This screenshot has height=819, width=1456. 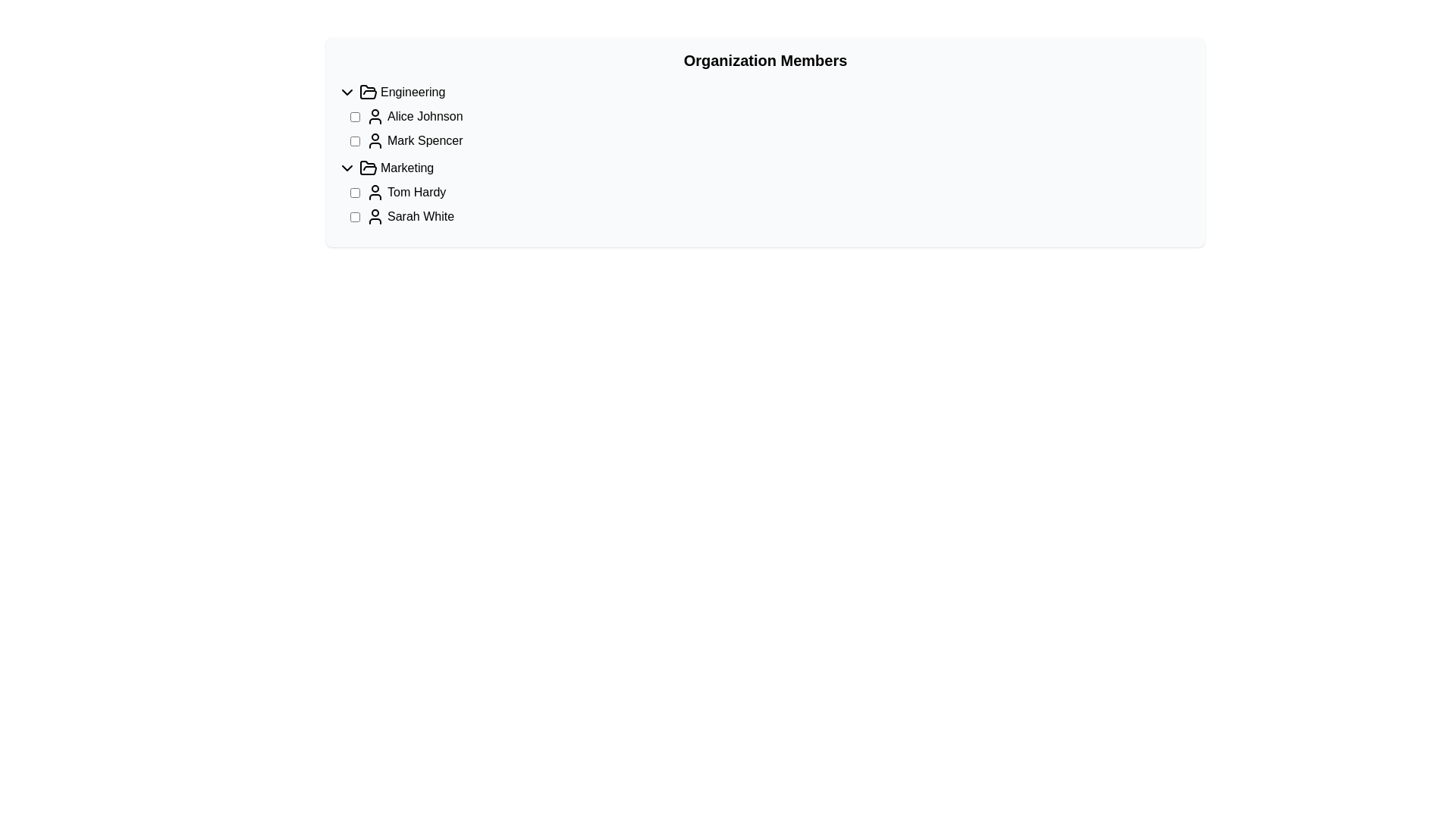 What do you see at coordinates (346, 93) in the screenshot?
I see `the toggle button (icon-based control)` at bounding box center [346, 93].